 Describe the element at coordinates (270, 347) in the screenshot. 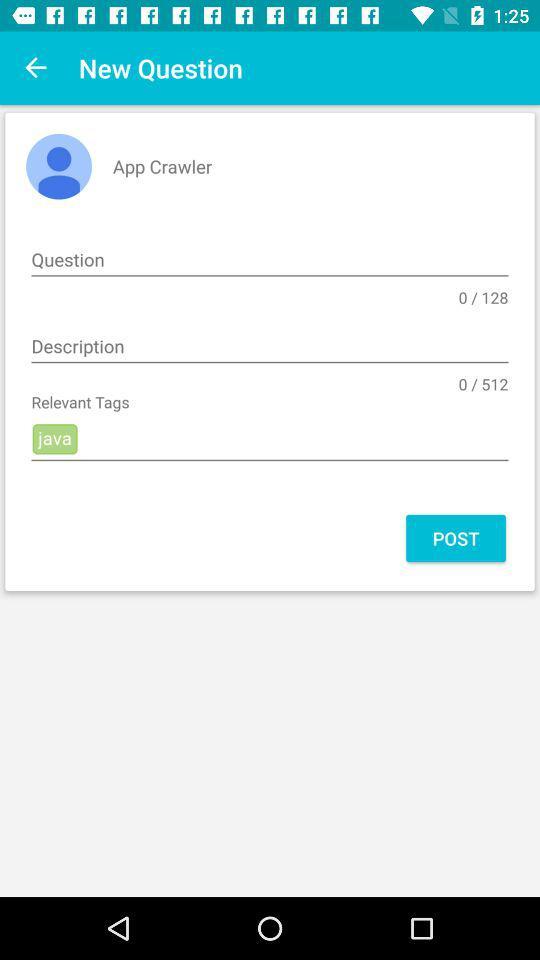

I see `icon above the 0 / 512` at that location.